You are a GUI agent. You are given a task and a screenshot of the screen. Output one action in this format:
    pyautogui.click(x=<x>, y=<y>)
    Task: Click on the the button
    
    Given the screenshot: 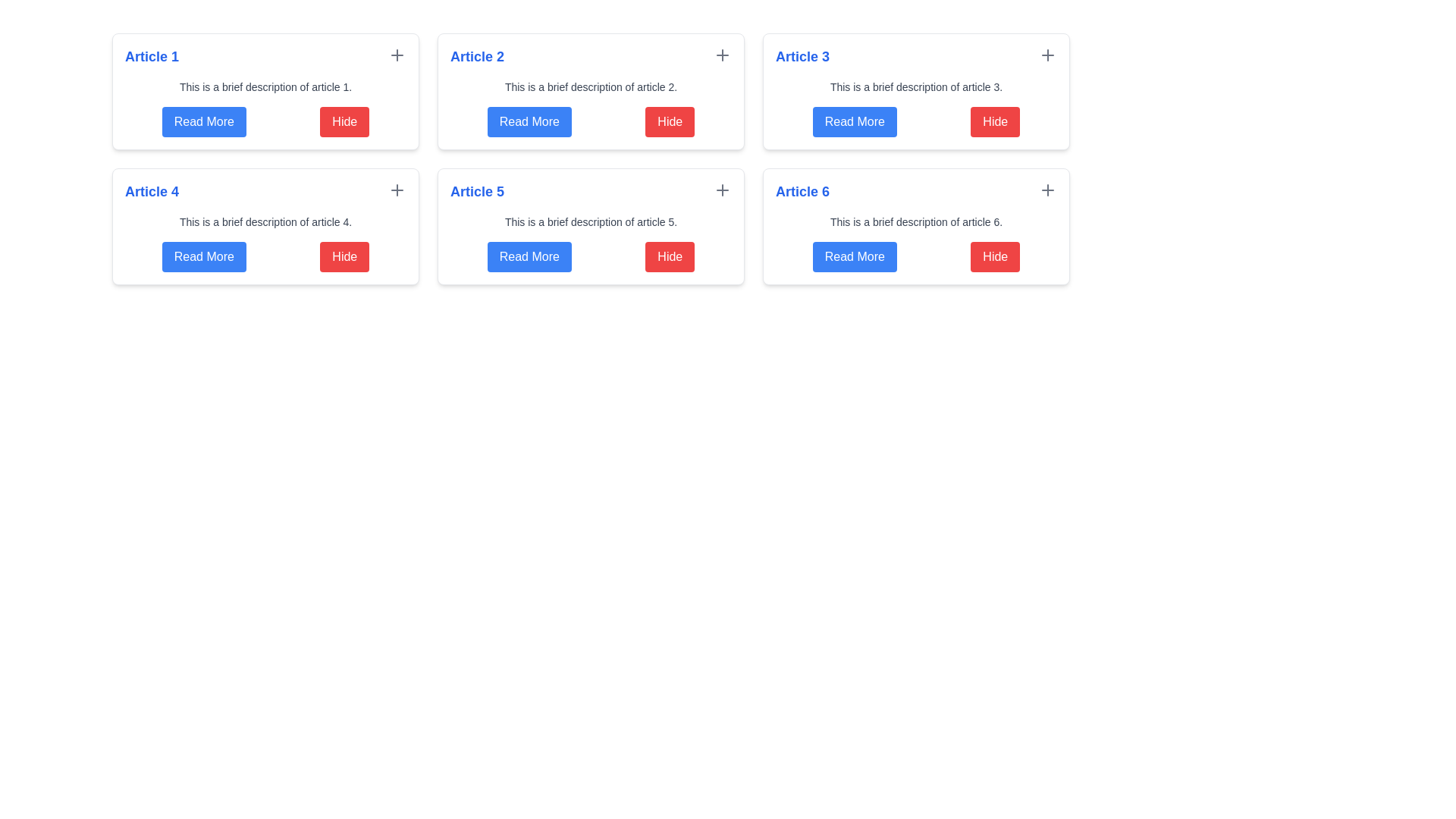 What is the action you would take?
    pyautogui.click(x=855, y=121)
    